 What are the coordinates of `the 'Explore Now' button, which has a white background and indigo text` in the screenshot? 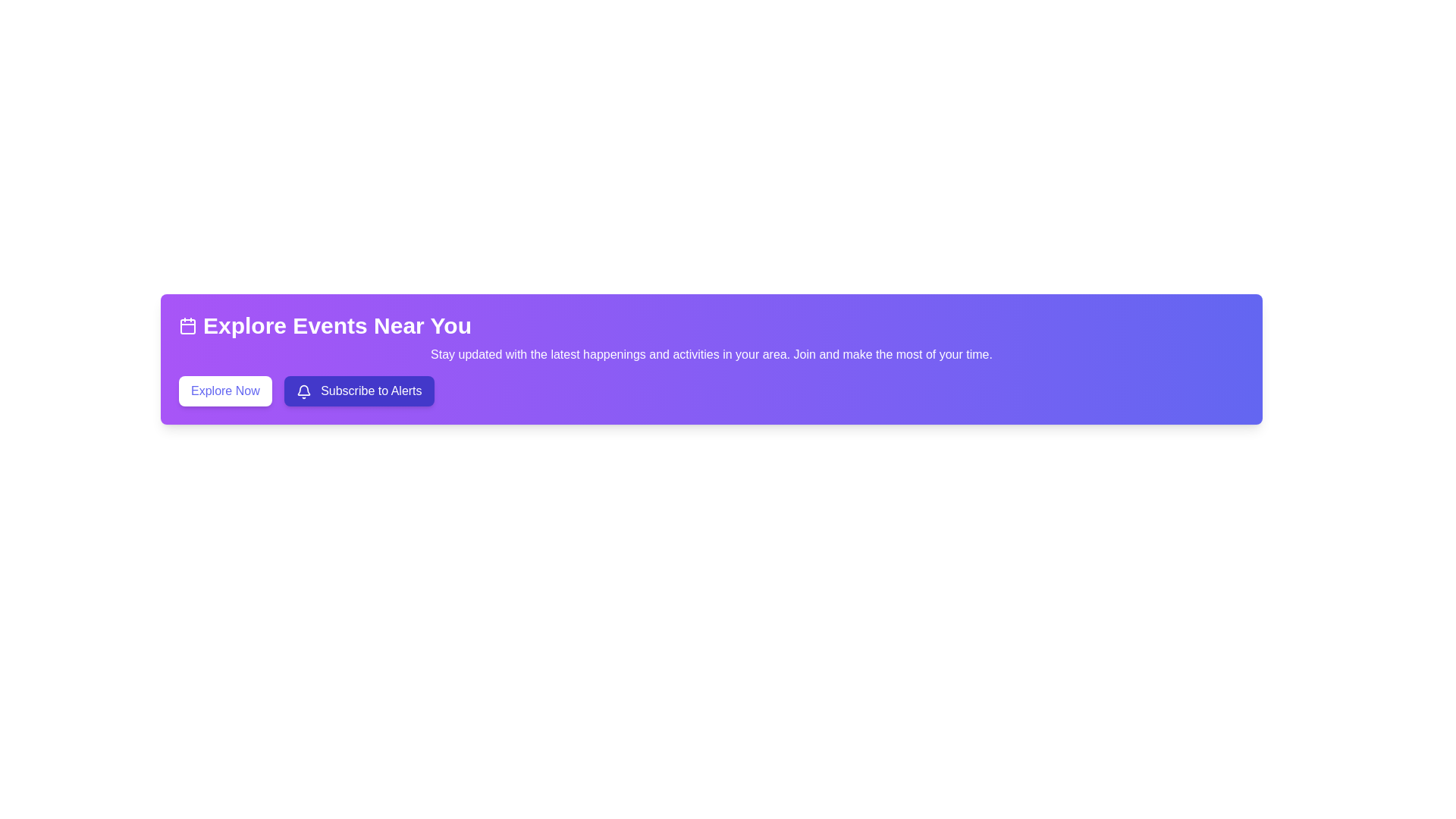 It's located at (224, 391).